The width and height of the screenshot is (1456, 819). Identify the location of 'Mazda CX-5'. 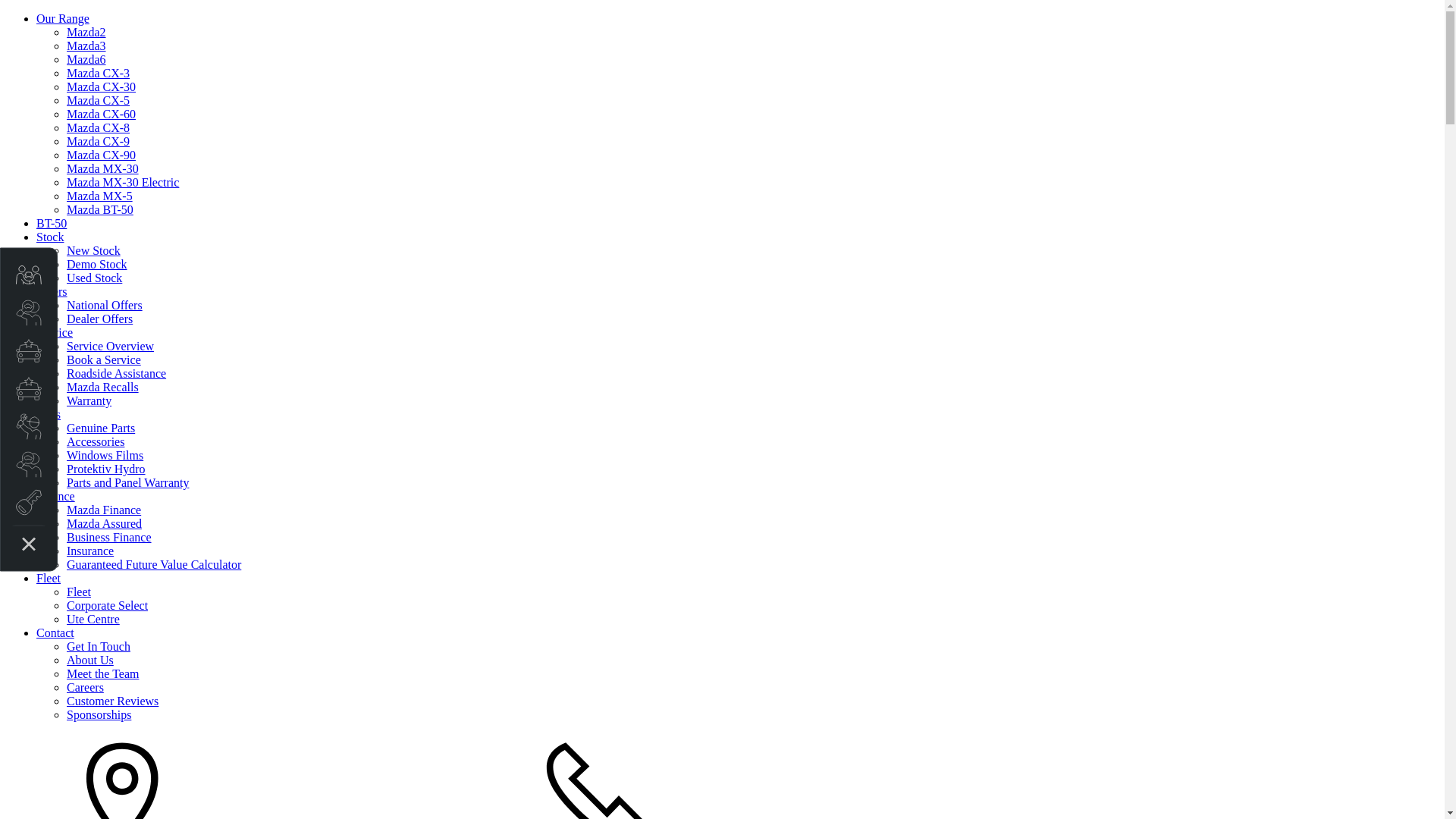
(65, 100).